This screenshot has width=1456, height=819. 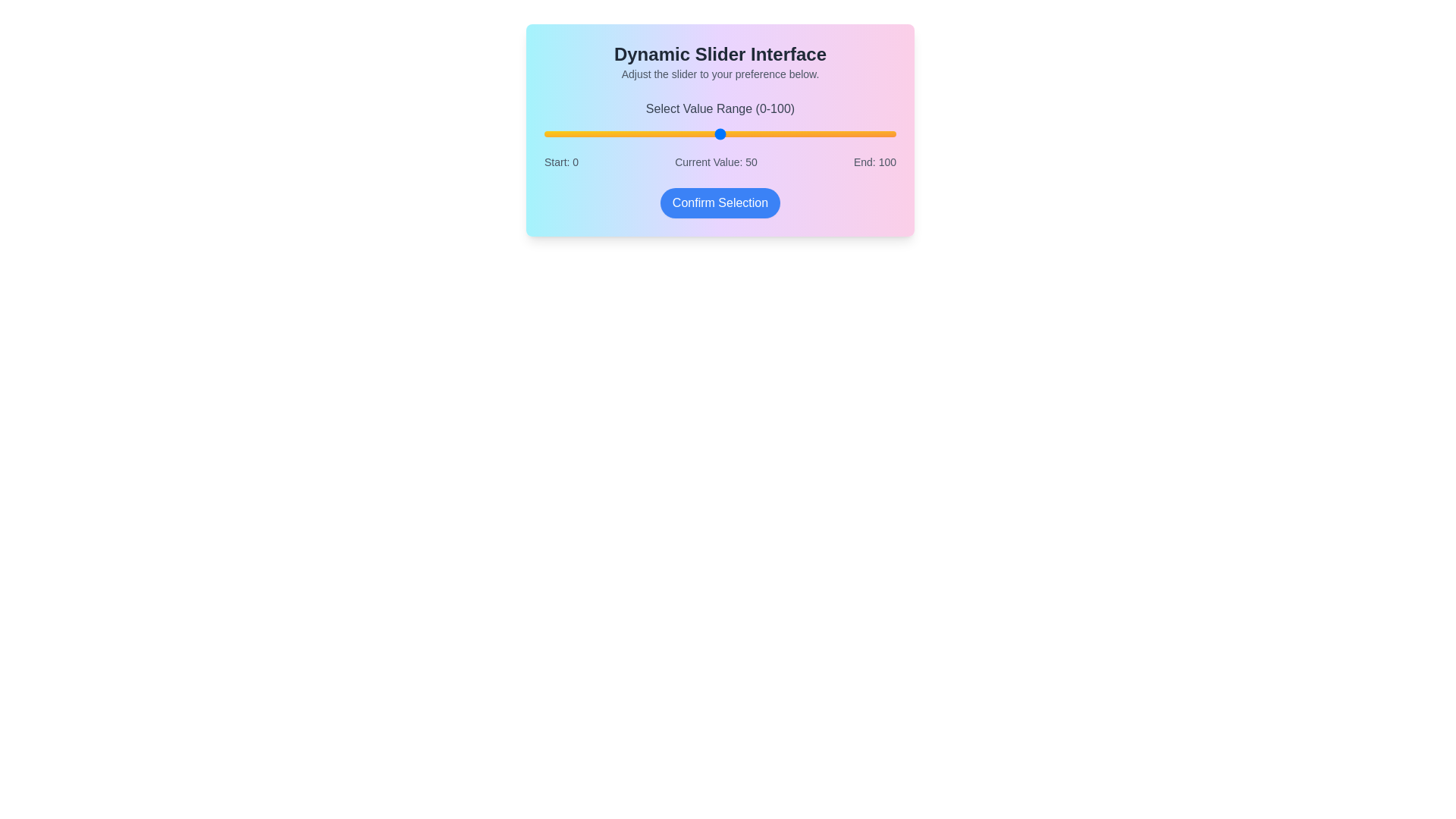 I want to click on the slider to set the value to 0, so click(x=544, y=133).